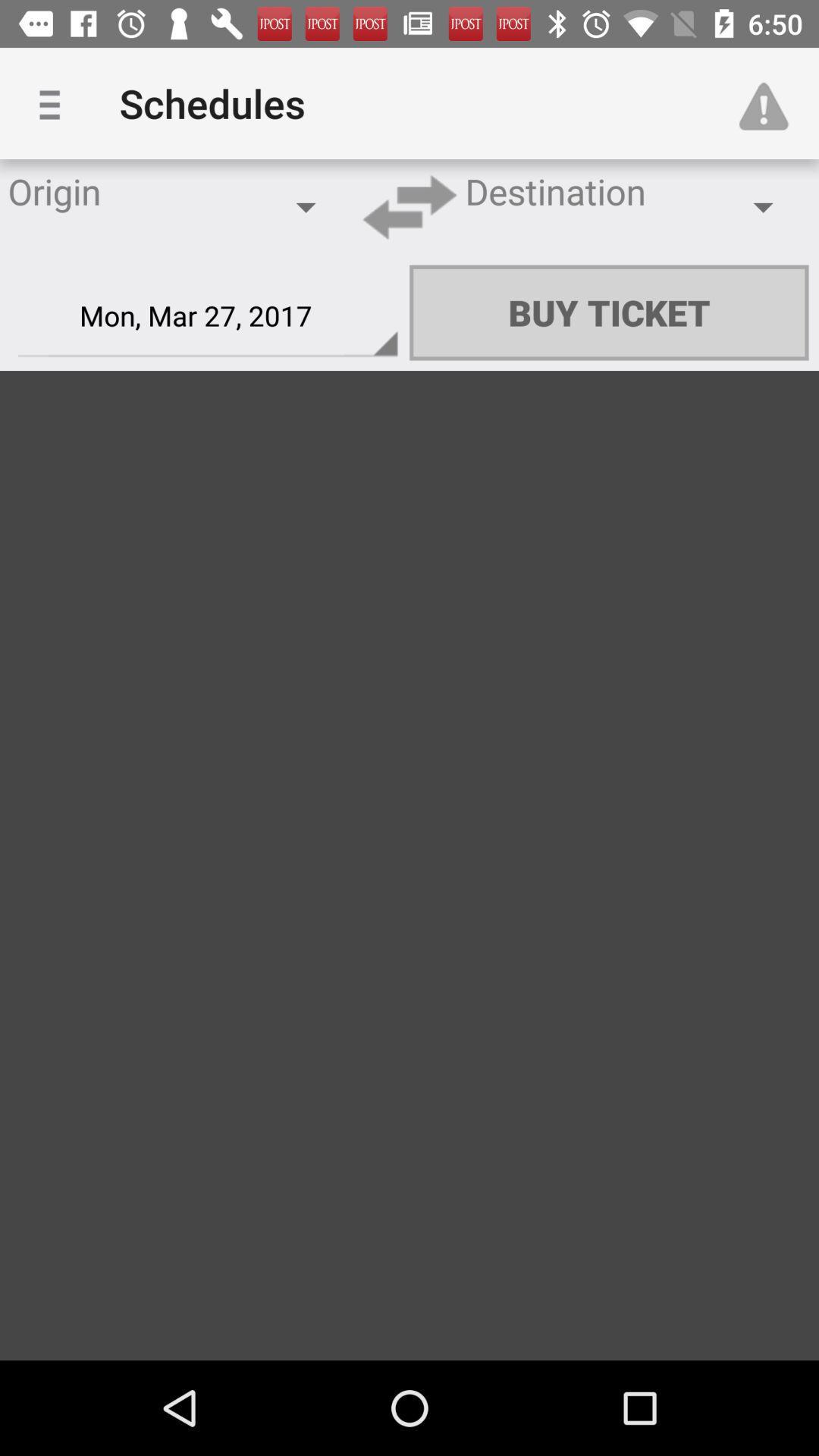 The width and height of the screenshot is (819, 1456). What do you see at coordinates (608, 312) in the screenshot?
I see `icon to the right of the mon mar 27 item` at bounding box center [608, 312].